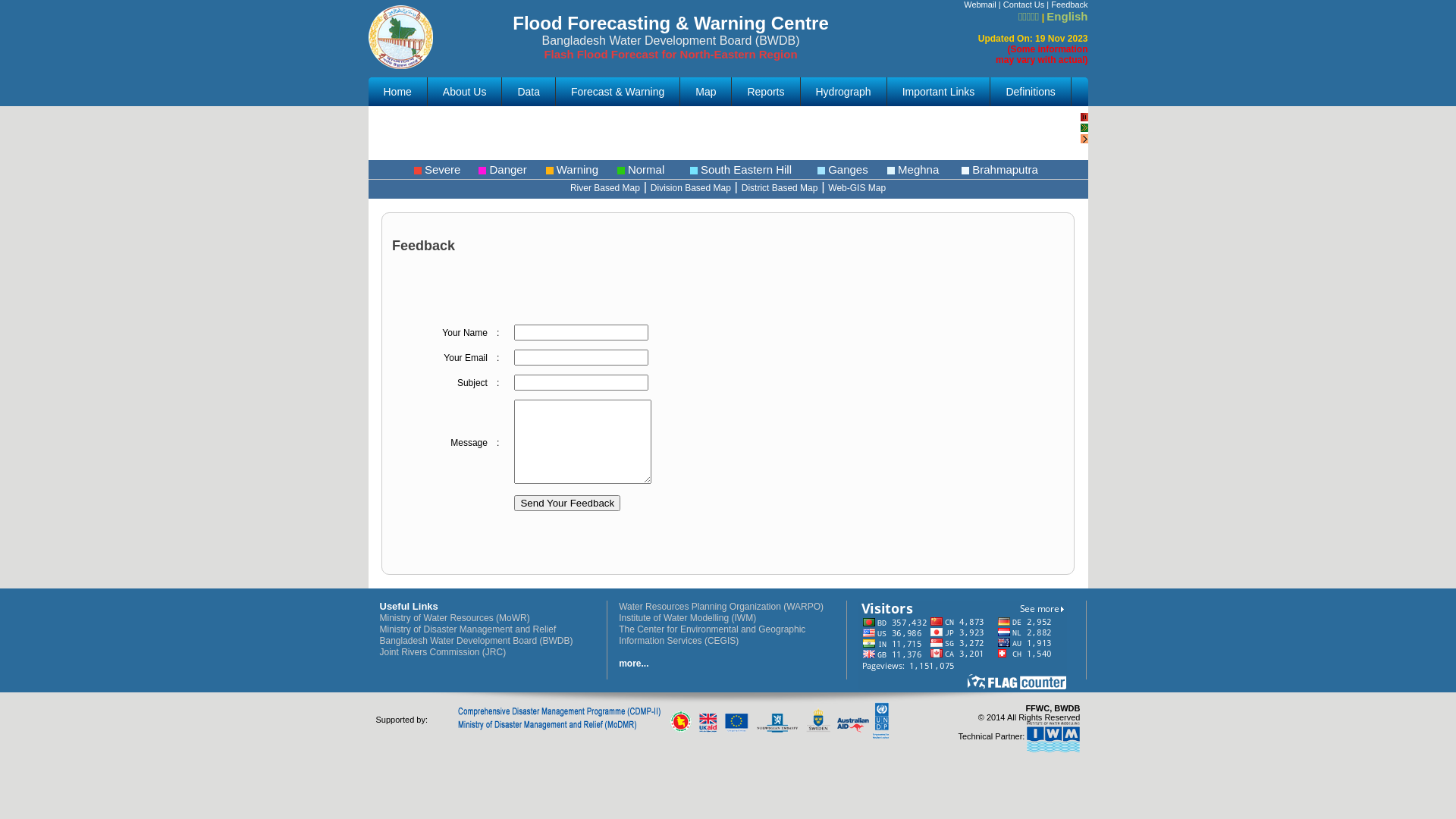 This screenshot has height=819, width=1456. I want to click on 'Ministry of Water Resources (MoWR)', so click(453, 617).